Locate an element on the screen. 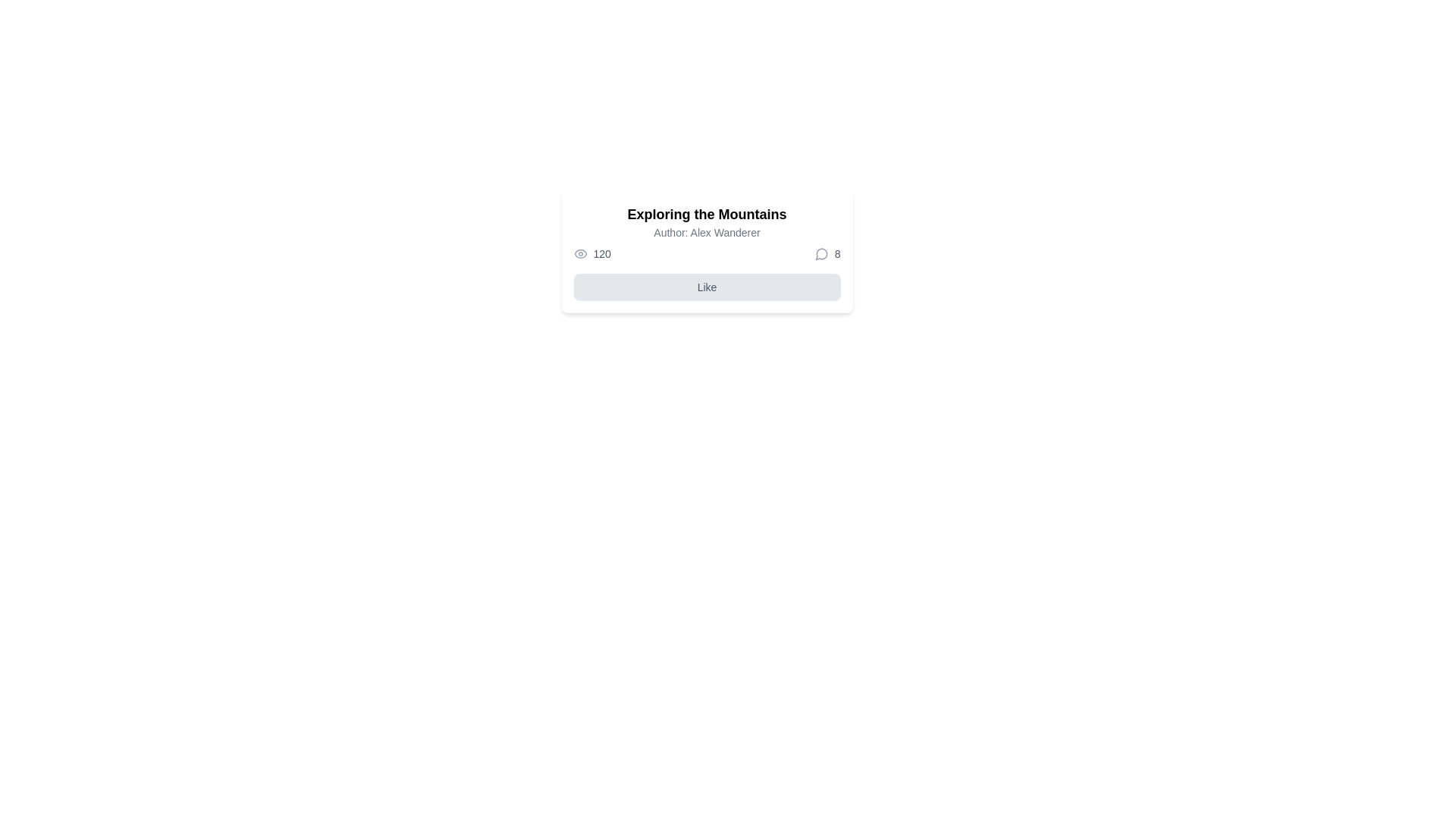  the speech bubble SVG graphic with a gray outline located next to the numeric indicator '8' is located at coordinates (821, 253).